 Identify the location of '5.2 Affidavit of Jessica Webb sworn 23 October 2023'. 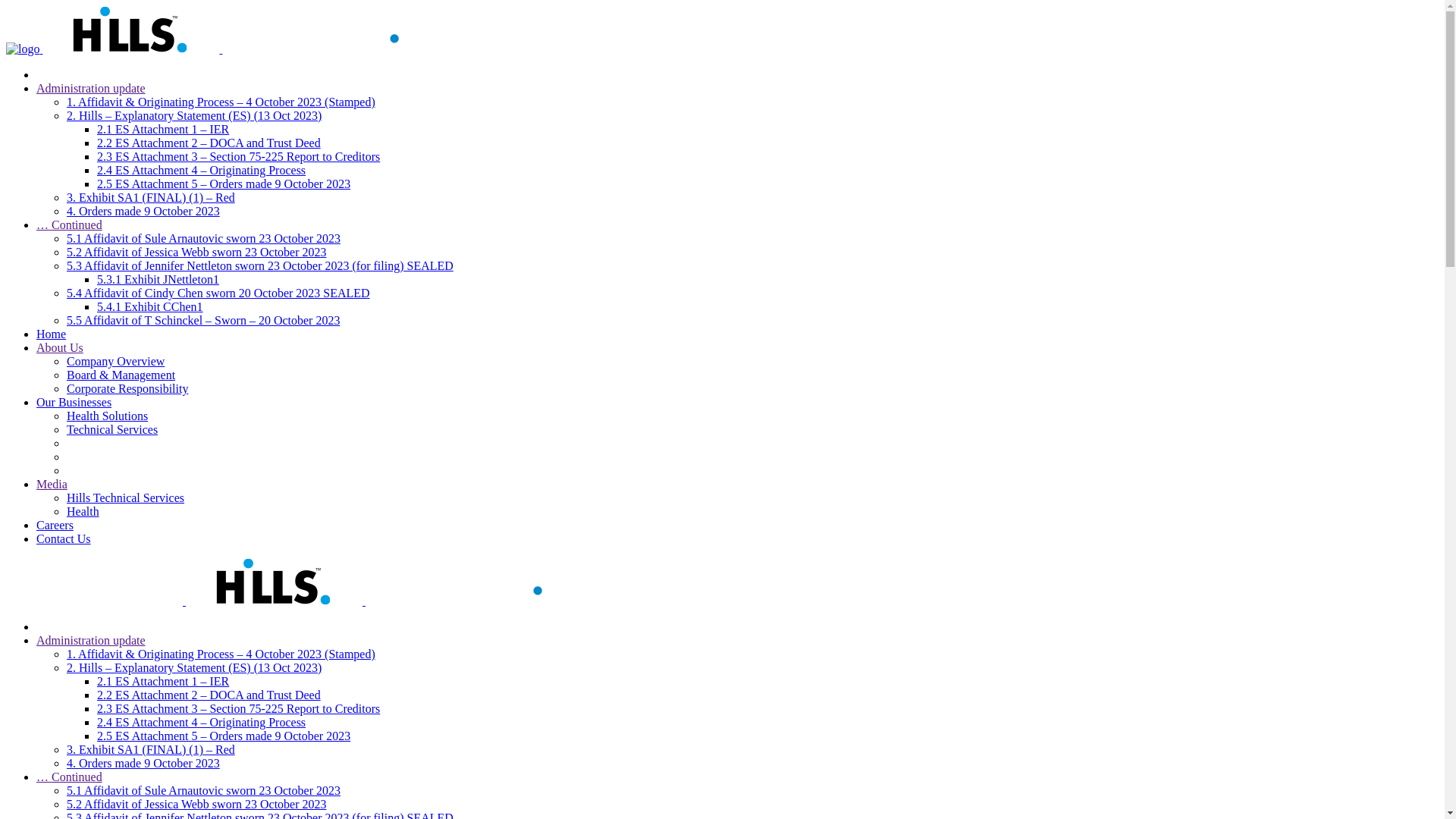
(65, 803).